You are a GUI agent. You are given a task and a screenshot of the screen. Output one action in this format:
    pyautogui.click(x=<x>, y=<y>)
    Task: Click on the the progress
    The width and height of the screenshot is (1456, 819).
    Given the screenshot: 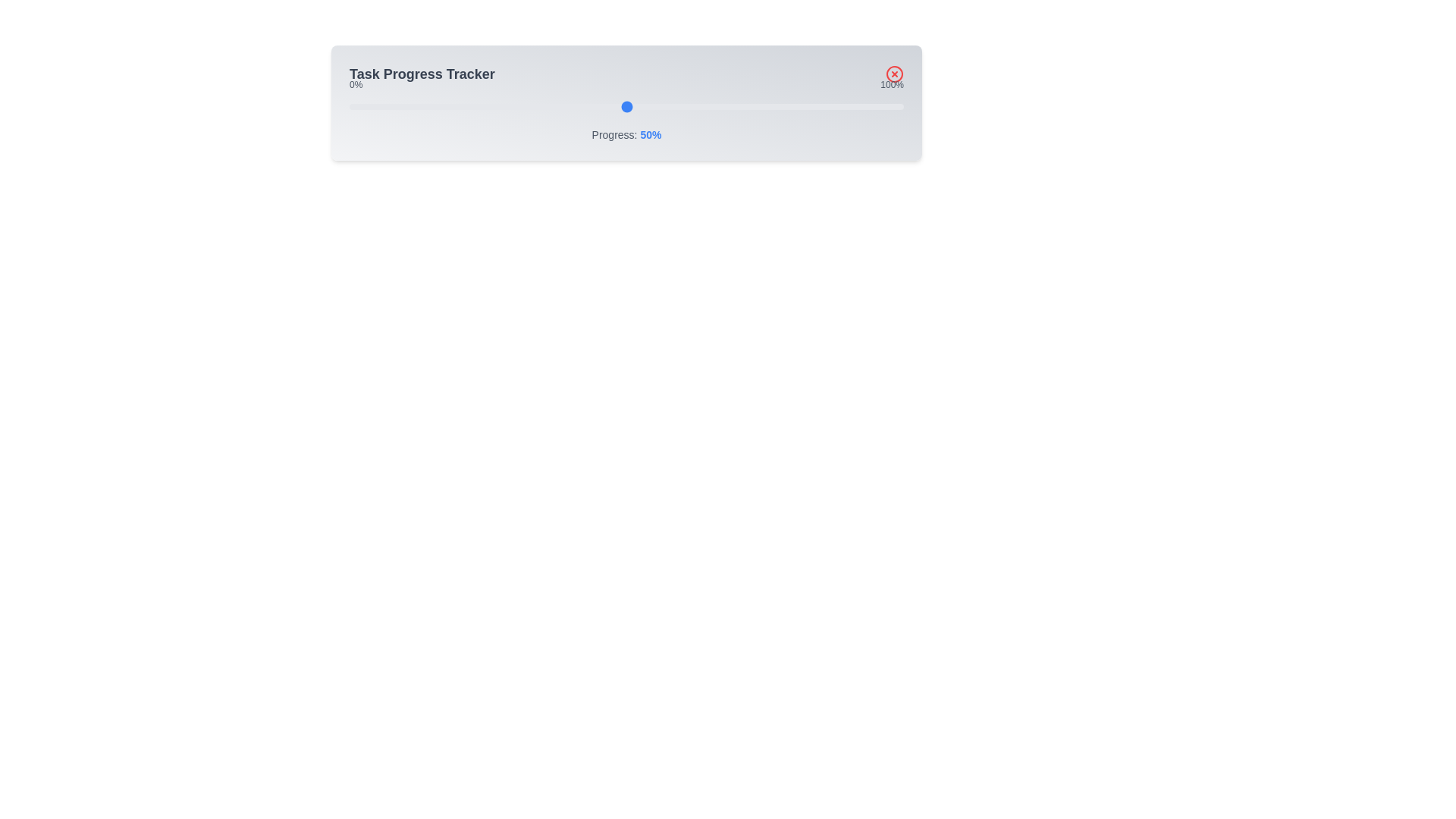 What is the action you would take?
    pyautogui.click(x=587, y=106)
    